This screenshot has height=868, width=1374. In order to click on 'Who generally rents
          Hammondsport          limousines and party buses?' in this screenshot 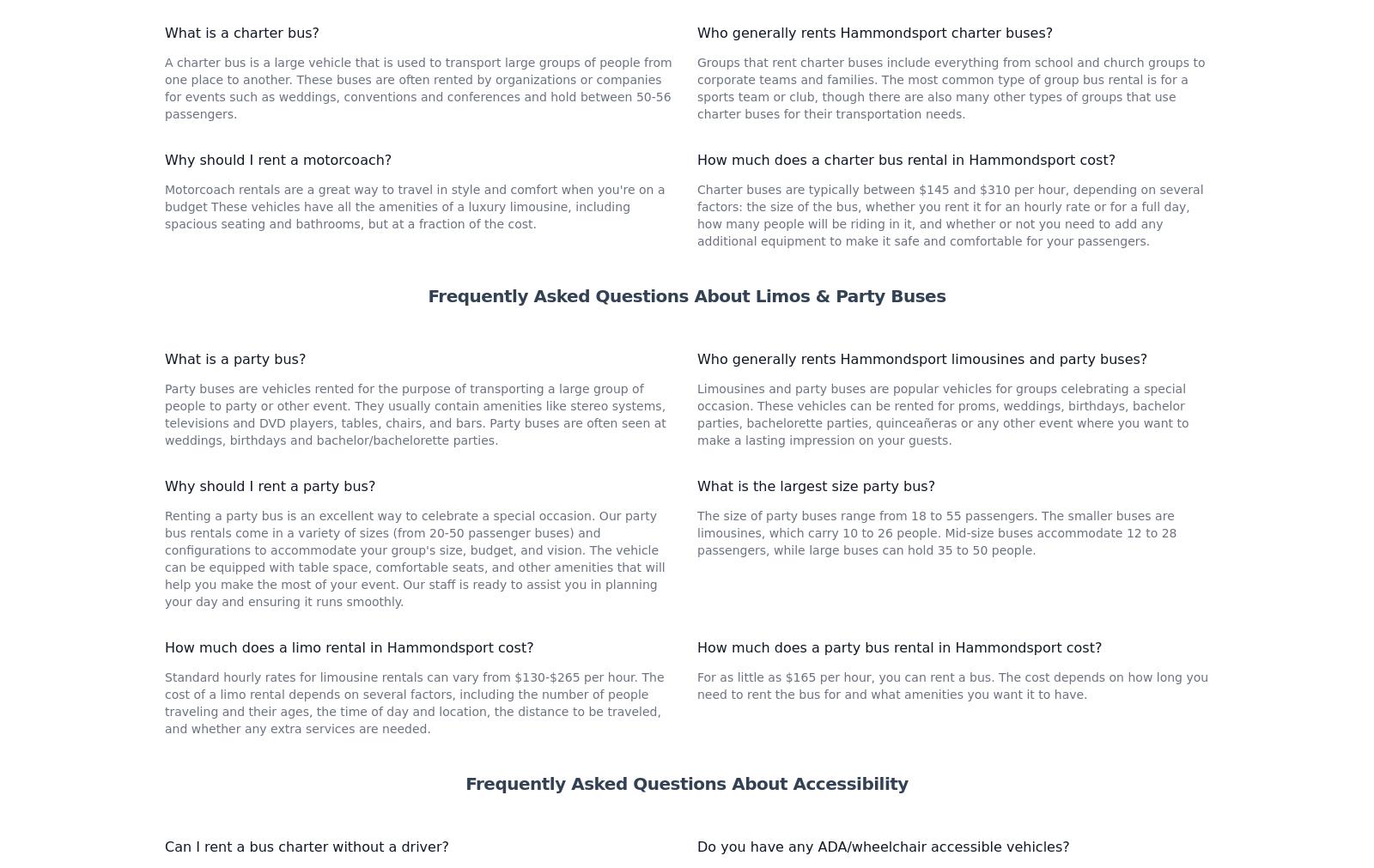, I will do `click(696, 586)`.